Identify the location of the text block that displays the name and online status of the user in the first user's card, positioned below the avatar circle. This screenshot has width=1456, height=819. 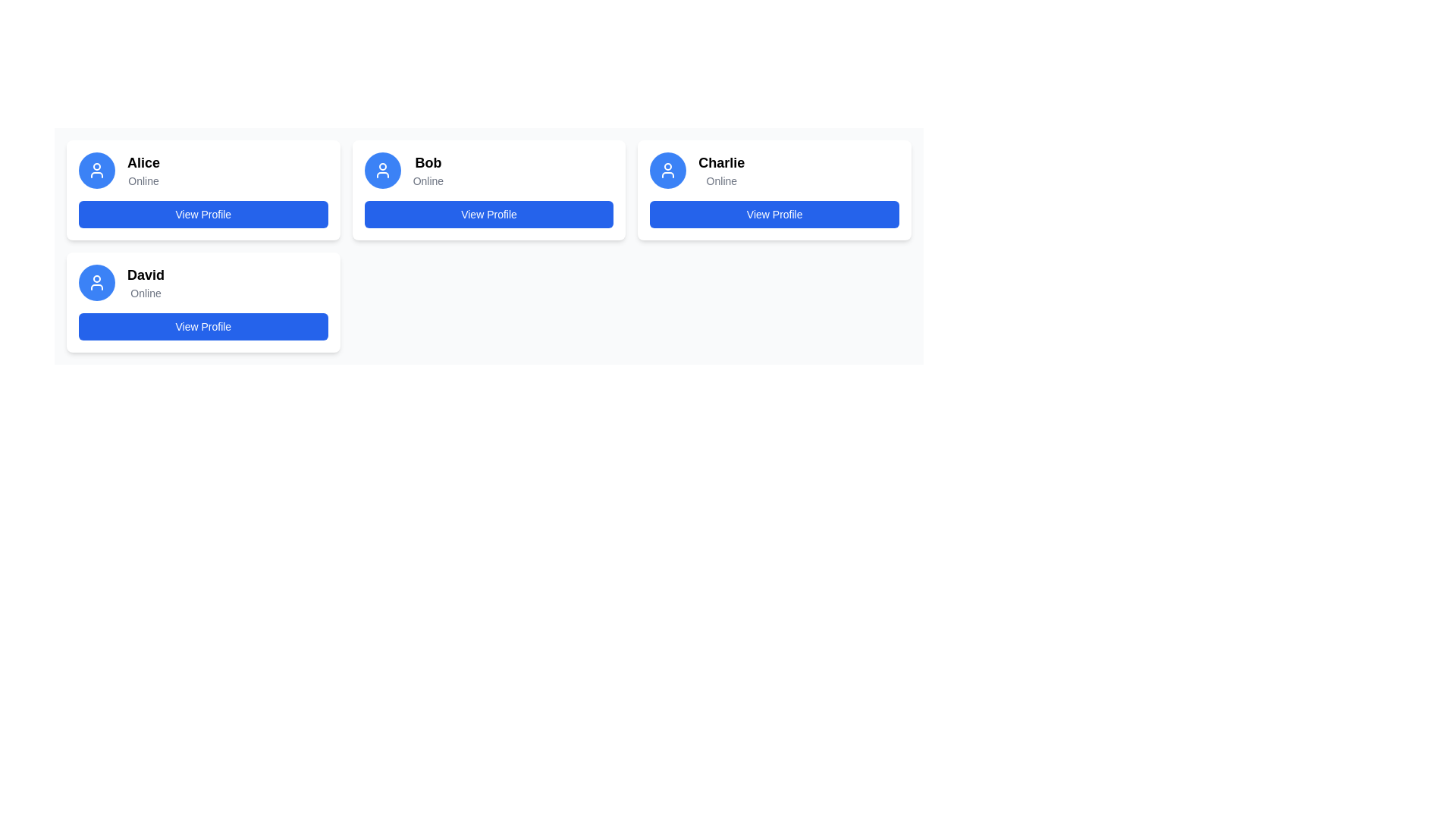
(143, 170).